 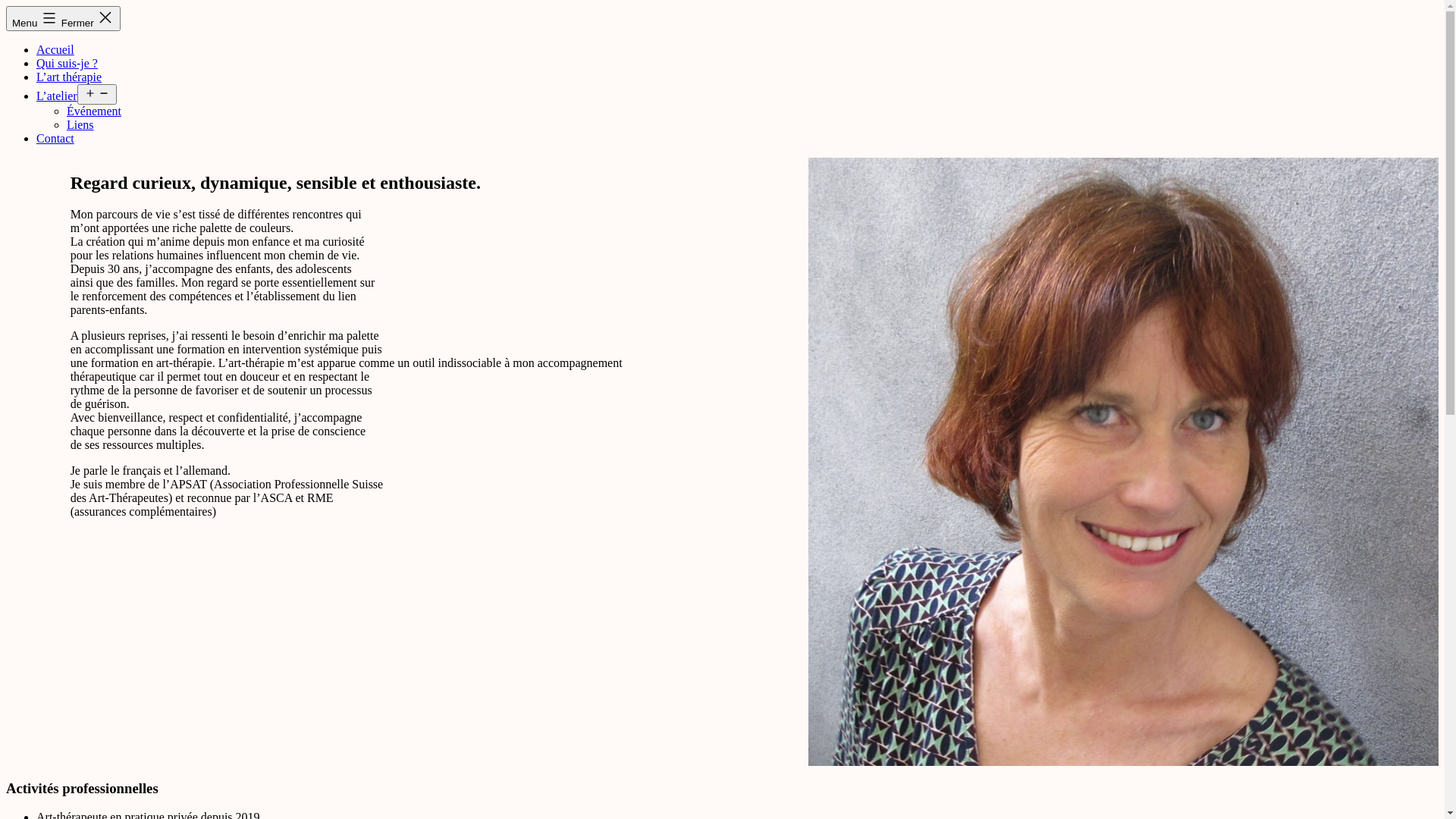 What do you see at coordinates (66, 62) in the screenshot?
I see `'Qui suis-je ?'` at bounding box center [66, 62].